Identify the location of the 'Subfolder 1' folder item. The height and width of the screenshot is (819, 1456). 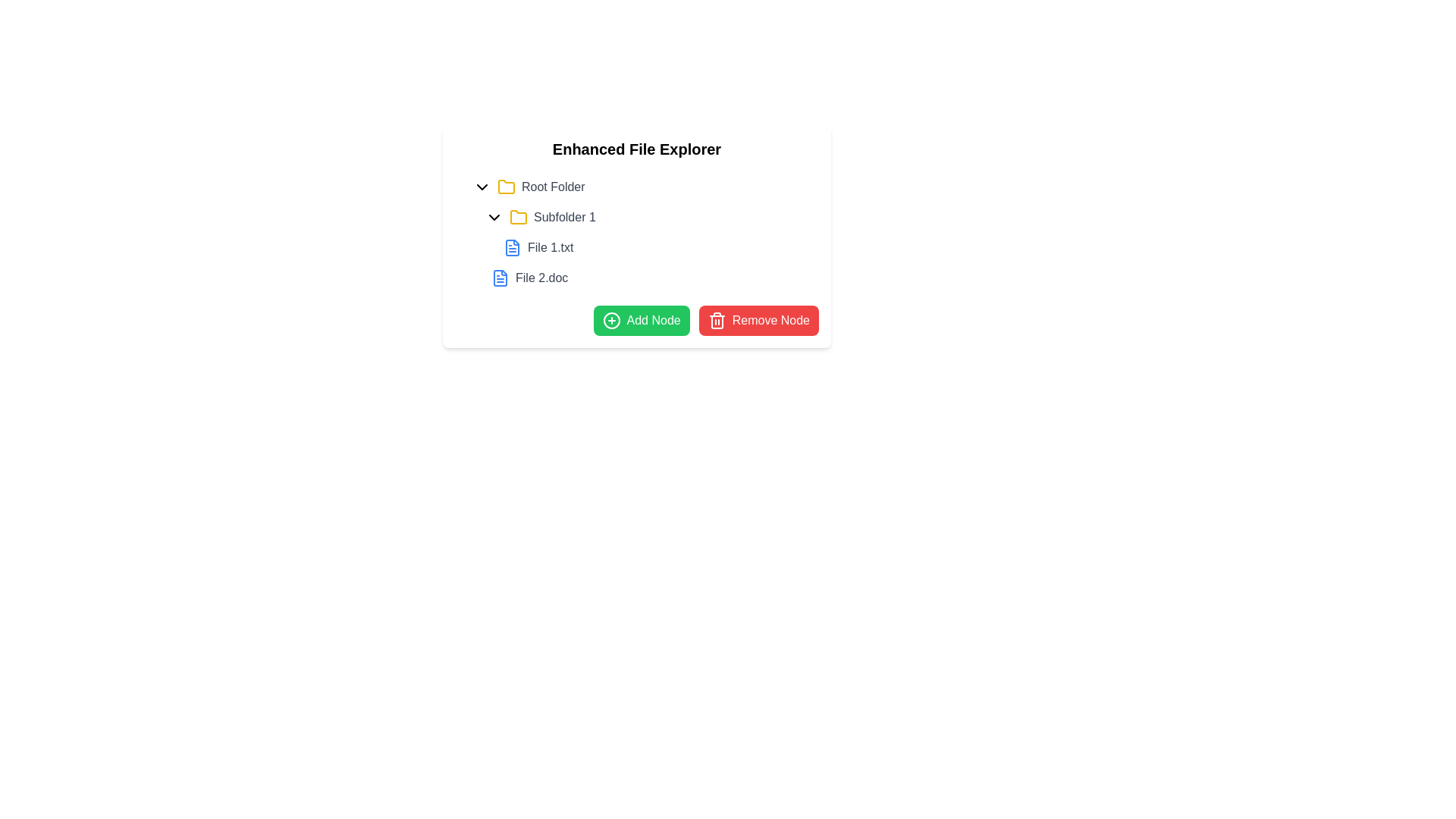
(643, 247).